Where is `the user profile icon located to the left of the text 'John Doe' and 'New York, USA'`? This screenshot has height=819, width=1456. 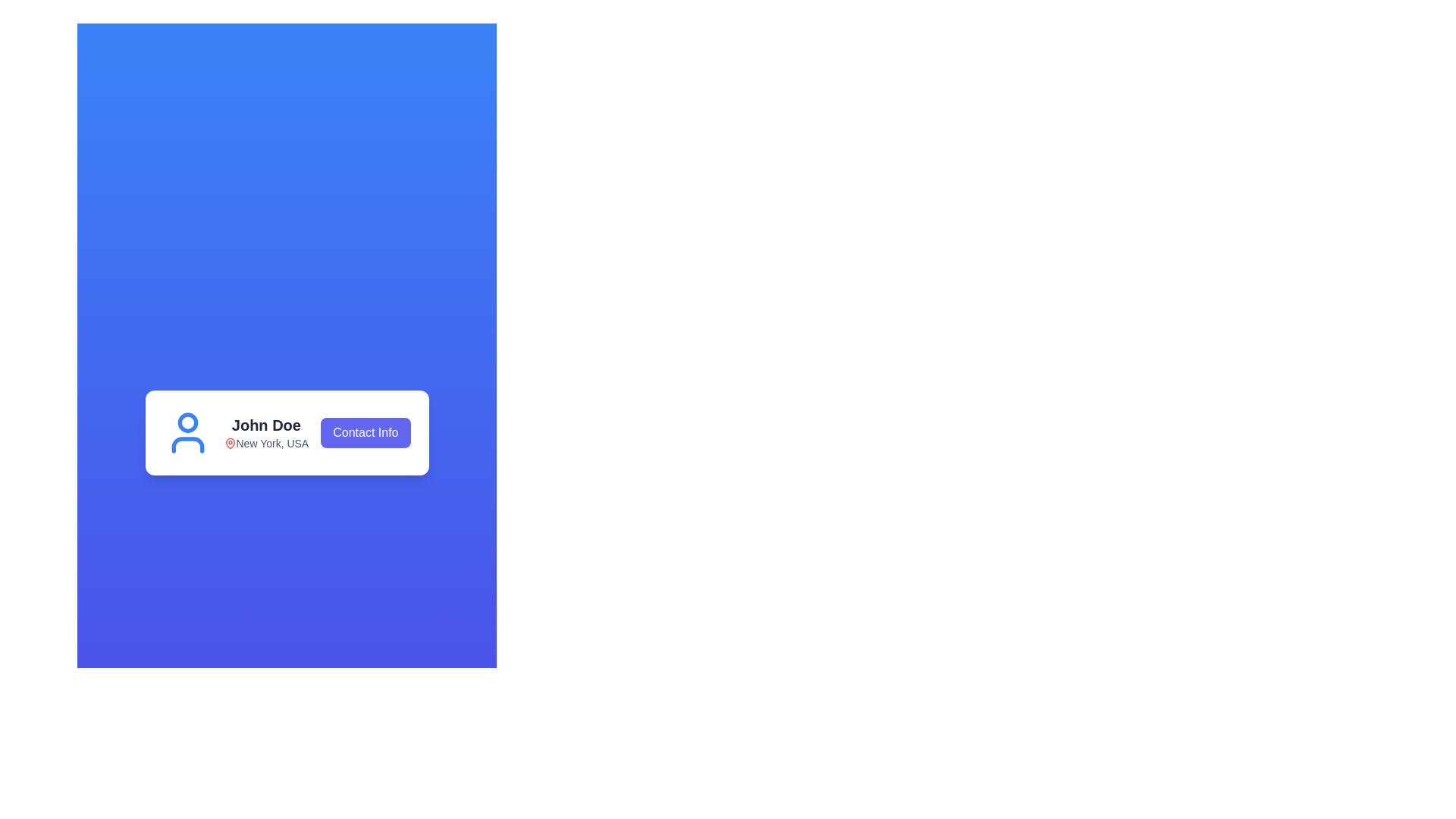 the user profile icon located to the left of the text 'John Doe' and 'New York, USA' is located at coordinates (187, 432).